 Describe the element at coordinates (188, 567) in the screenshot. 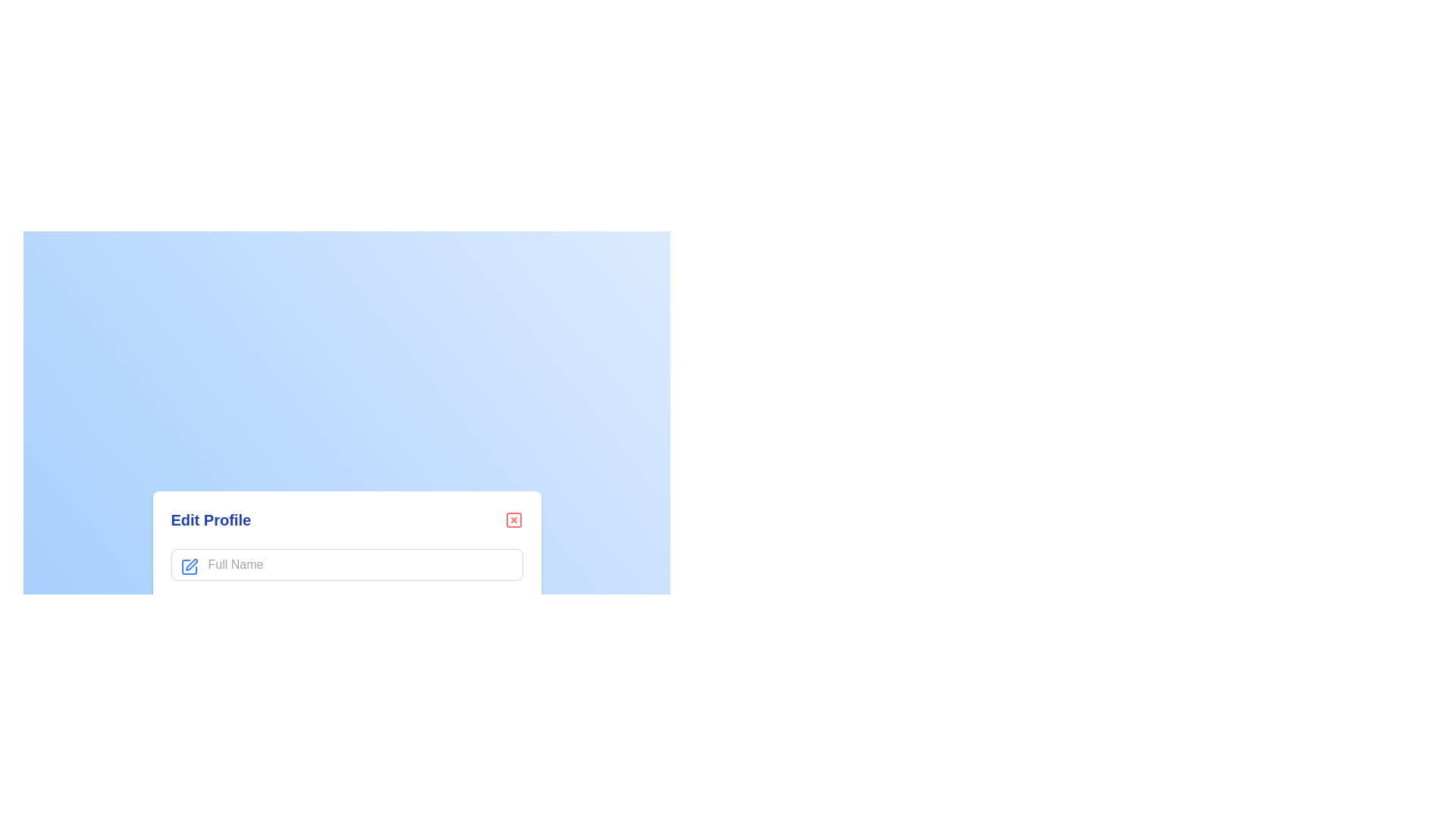

I see `the edit icon located in the top-left corner of the 'Full Name' input field within the 'Edit Profile' form` at that location.